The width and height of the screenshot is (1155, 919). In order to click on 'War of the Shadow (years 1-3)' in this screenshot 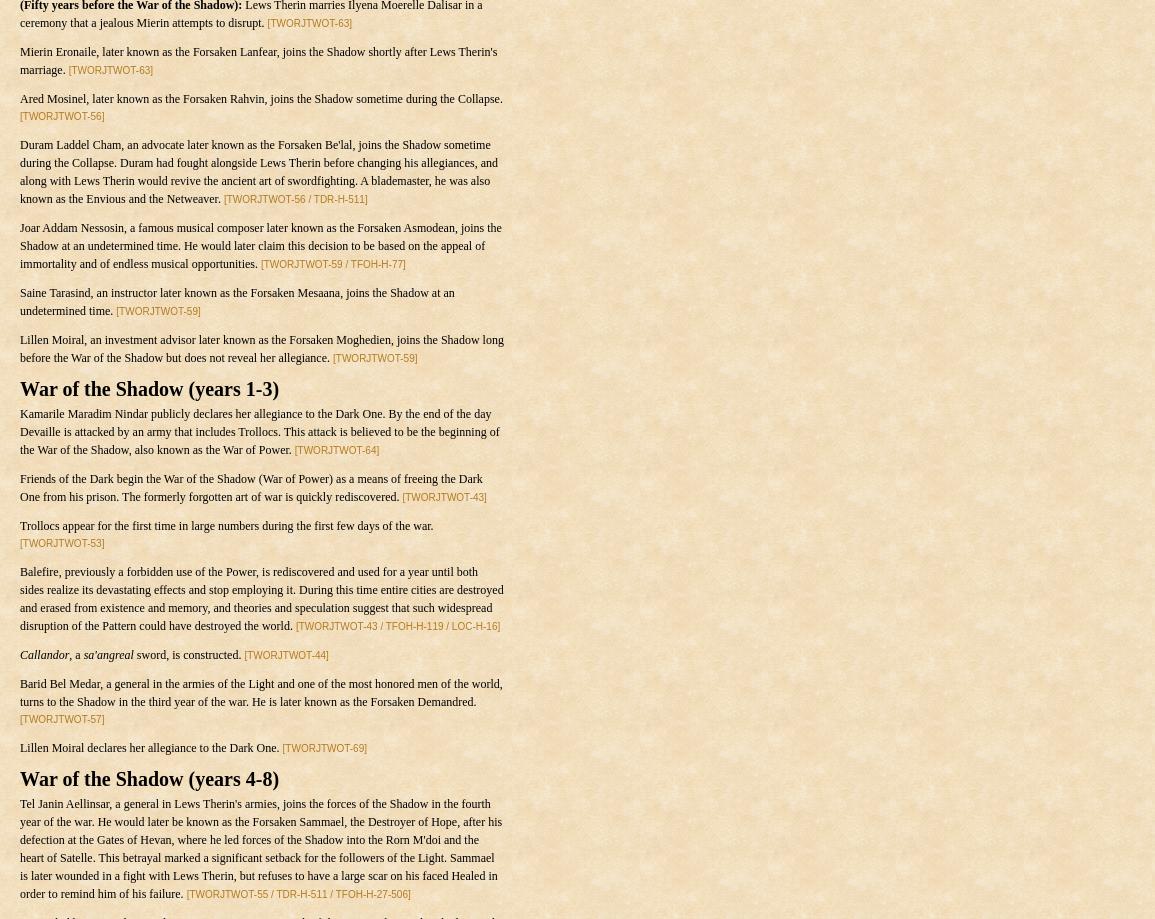, I will do `click(149, 389)`.